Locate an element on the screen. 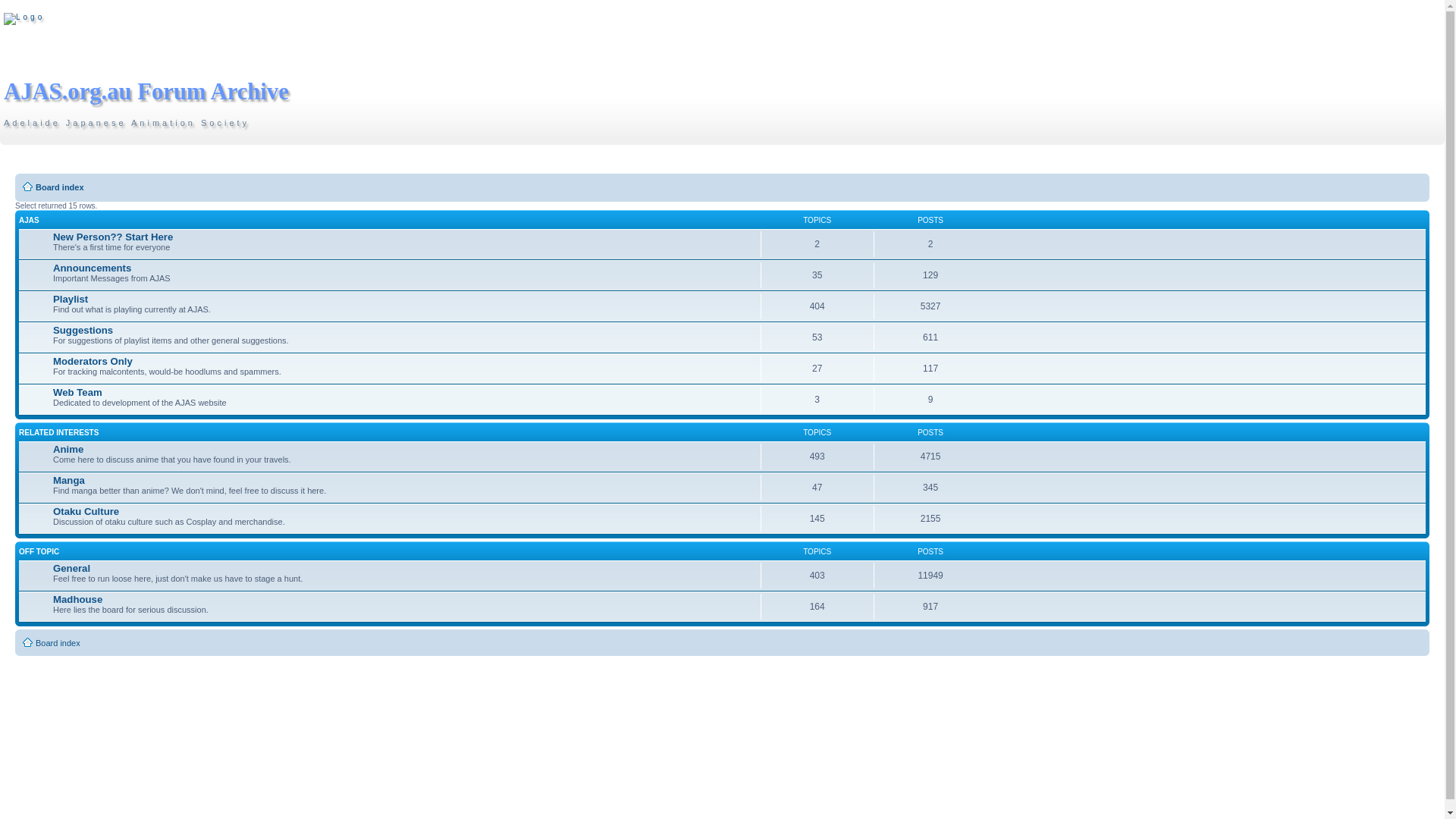 Image resolution: width=1456 pixels, height=819 pixels. 'General' is located at coordinates (71, 568).